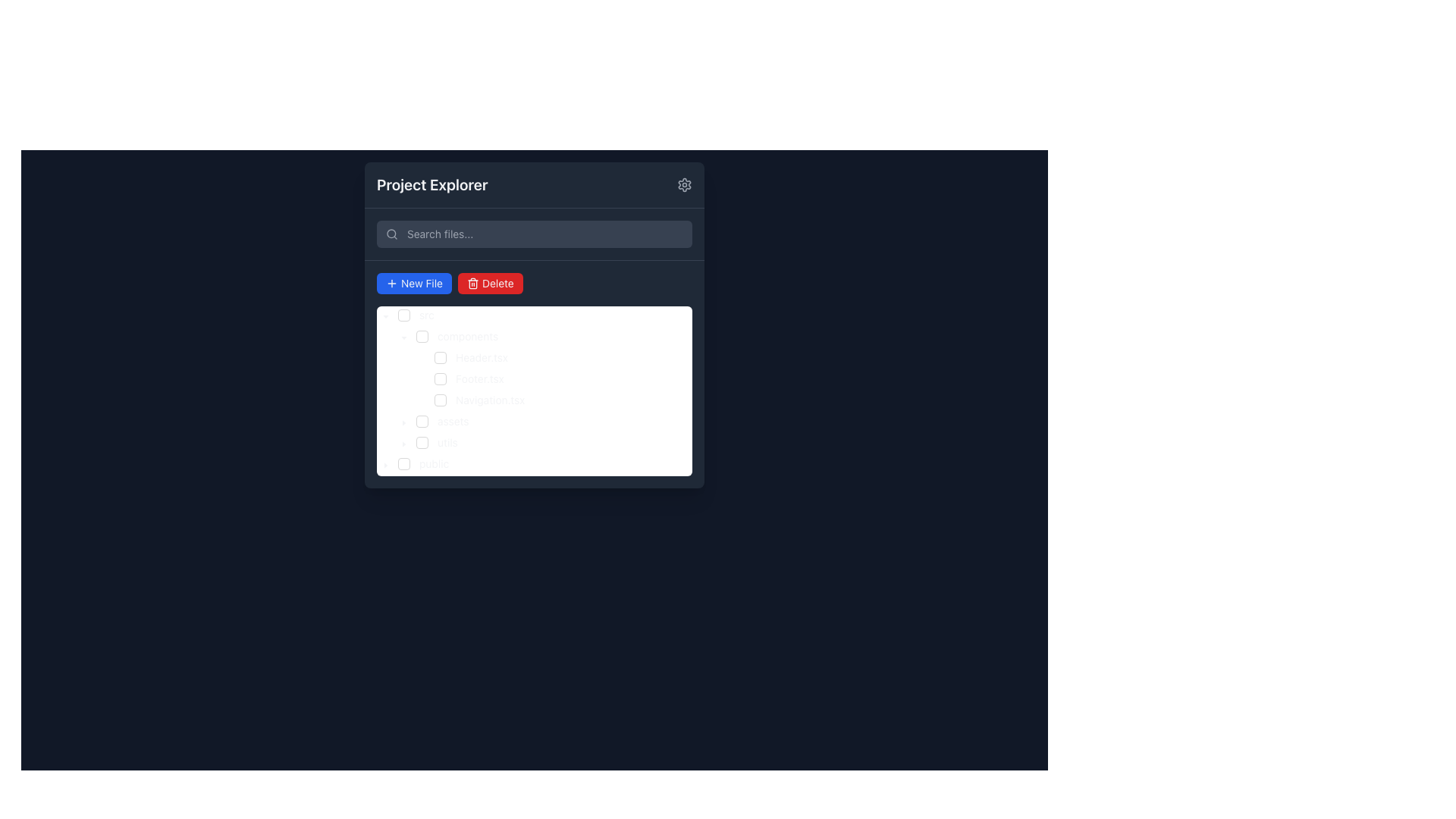 The image size is (1456, 819). I want to click on the list item labeled 'Navigation.tsx' in the Project Explorer panel, so click(490, 400).